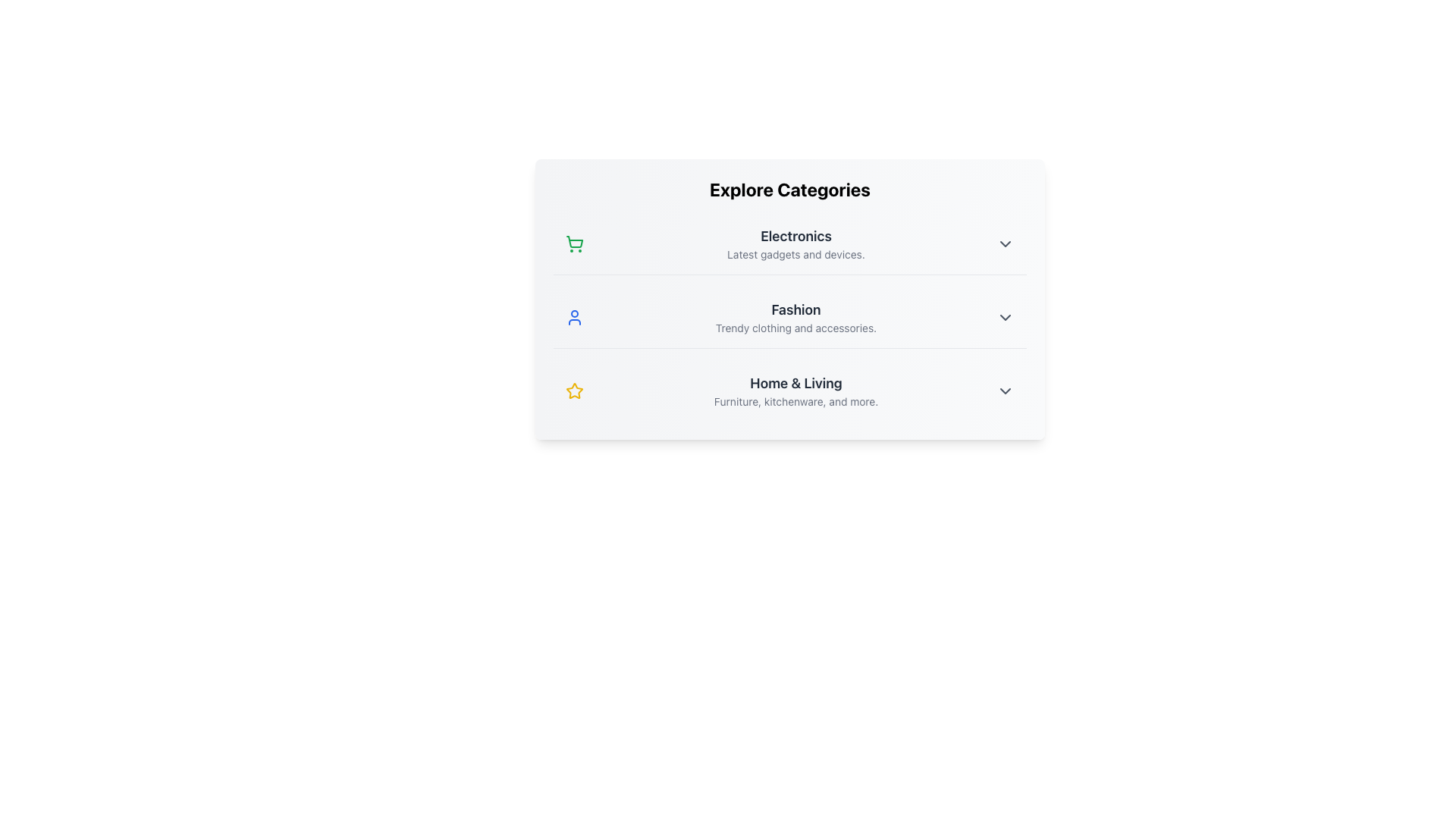 The height and width of the screenshot is (819, 1456). I want to click on the Electronics category icon located to the left of the row labeled 'Electronics', so click(574, 243).